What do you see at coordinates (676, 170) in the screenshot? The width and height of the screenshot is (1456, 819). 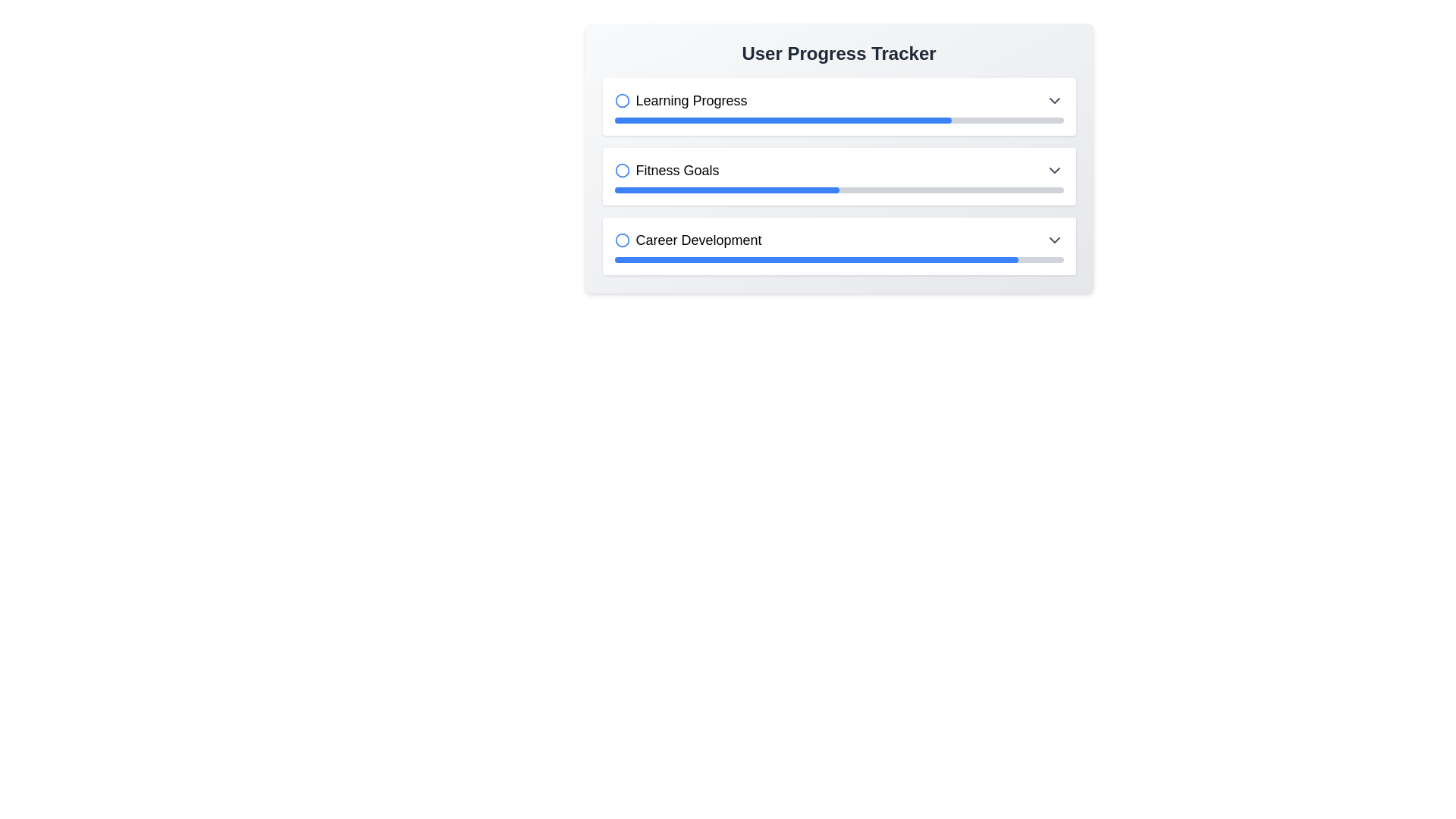 I see `textual label 'Fitness Goals' which is displayed in a bold font and is located beside a blue circular icon in the progress tracker interface` at bounding box center [676, 170].